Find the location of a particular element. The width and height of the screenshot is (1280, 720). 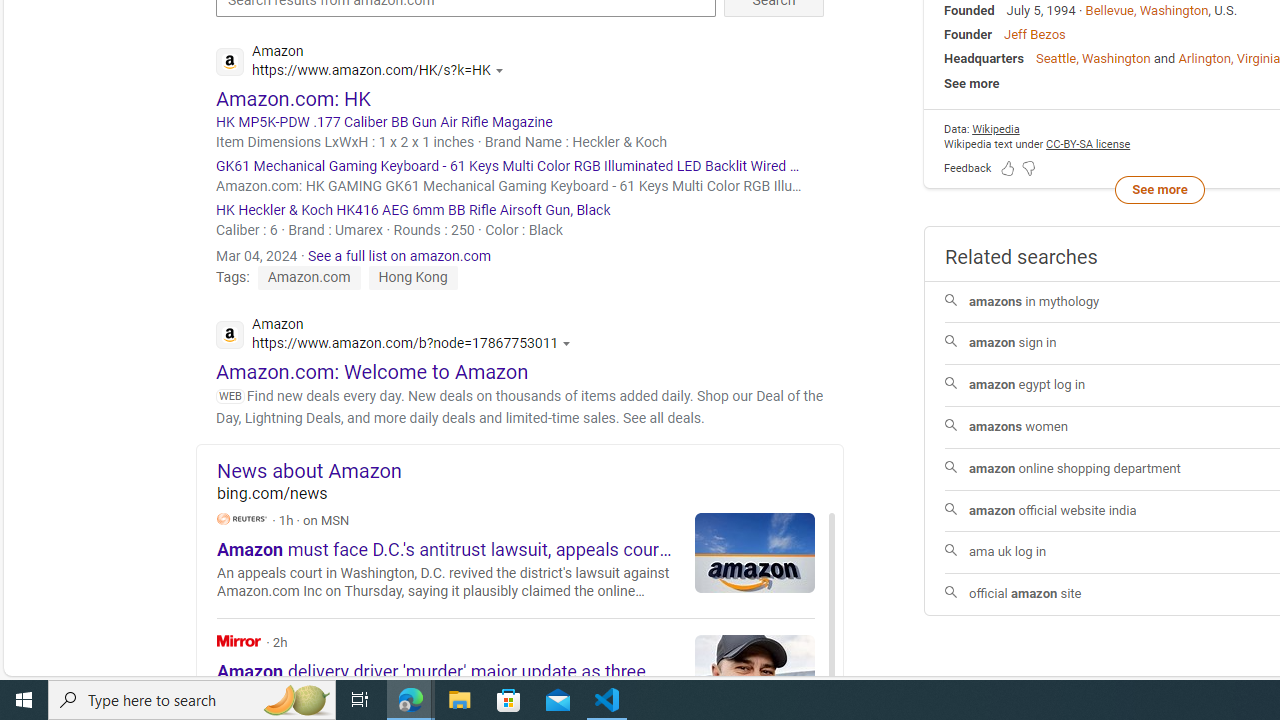

'Feedback Dislike' is located at coordinates (1029, 166).